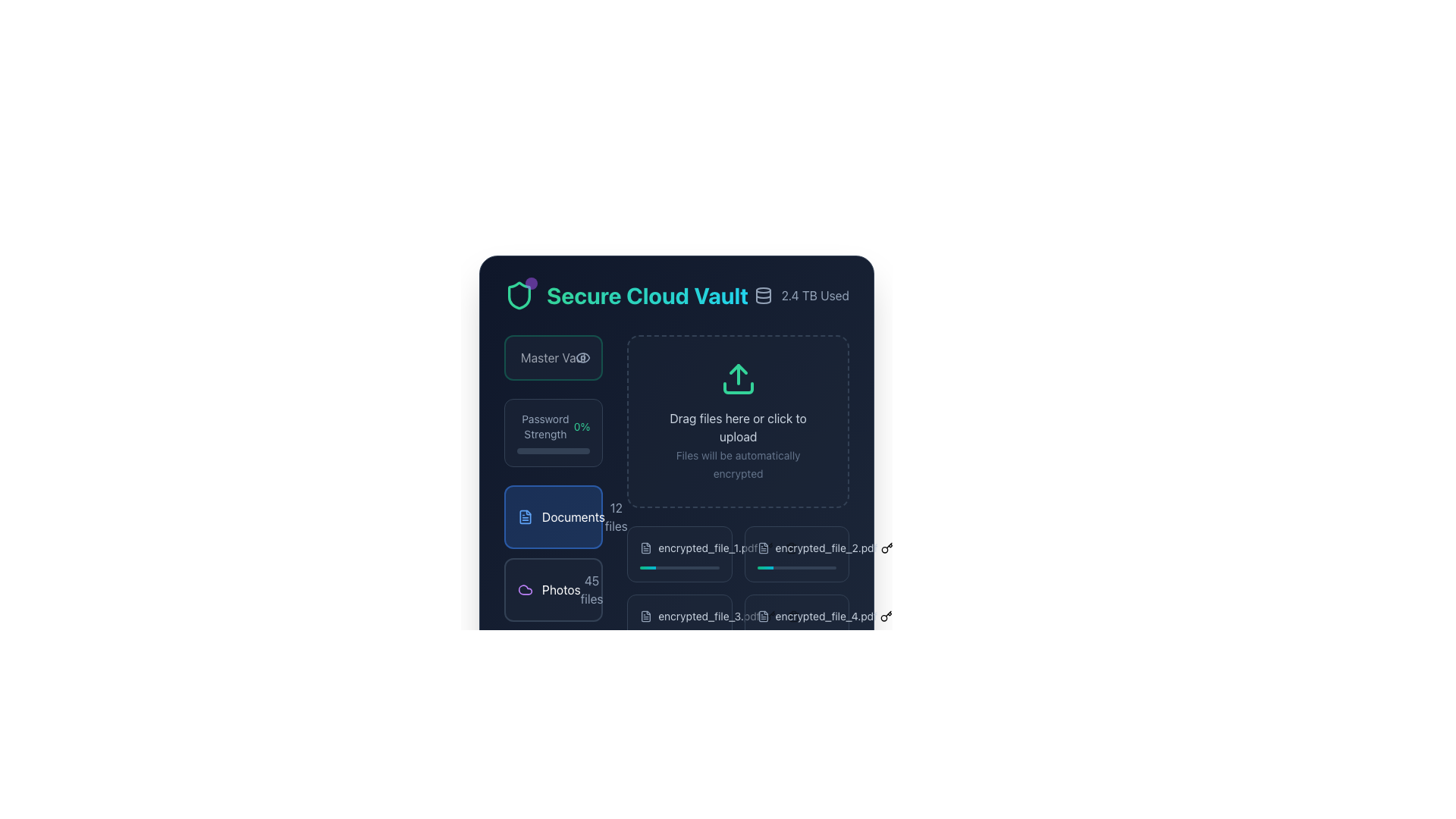 The height and width of the screenshot is (819, 1456). What do you see at coordinates (553, 450) in the screenshot?
I see `the progress bar that is part of the 'Password Strength' section, which has a dark background and is currently at 0% width` at bounding box center [553, 450].